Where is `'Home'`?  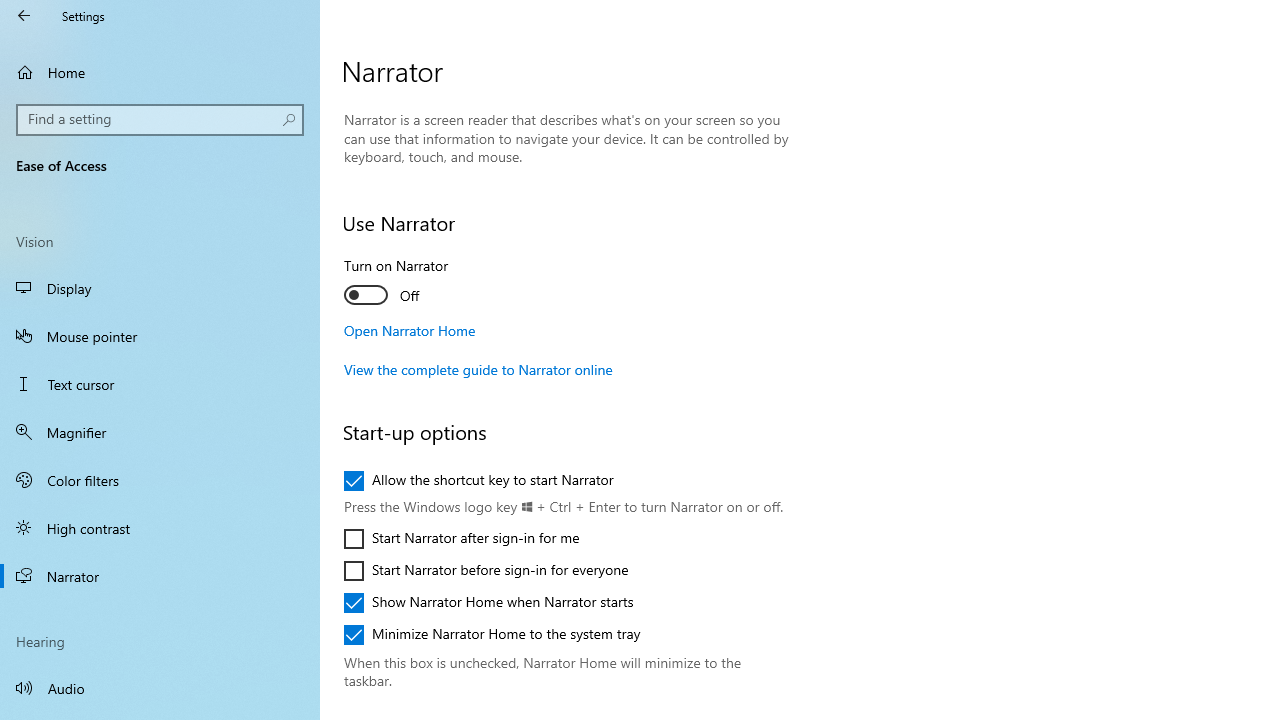
'Home' is located at coordinates (160, 71).